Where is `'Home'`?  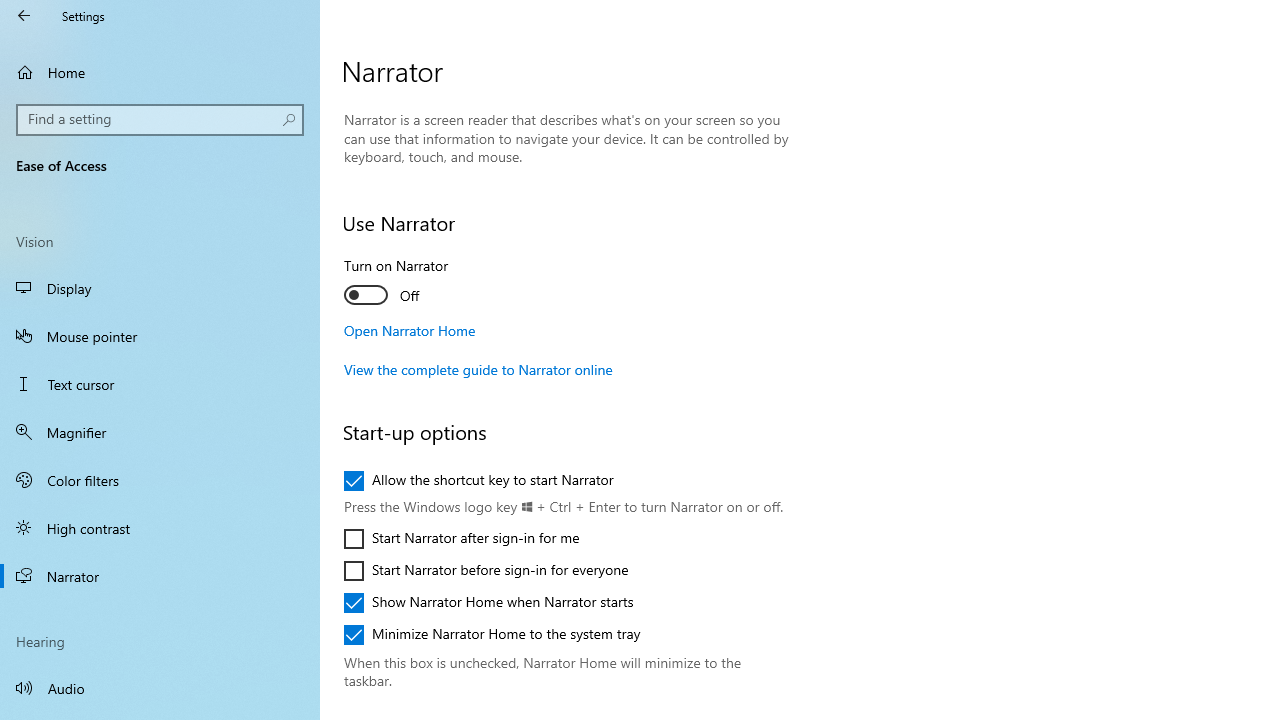
'Home' is located at coordinates (160, 71).